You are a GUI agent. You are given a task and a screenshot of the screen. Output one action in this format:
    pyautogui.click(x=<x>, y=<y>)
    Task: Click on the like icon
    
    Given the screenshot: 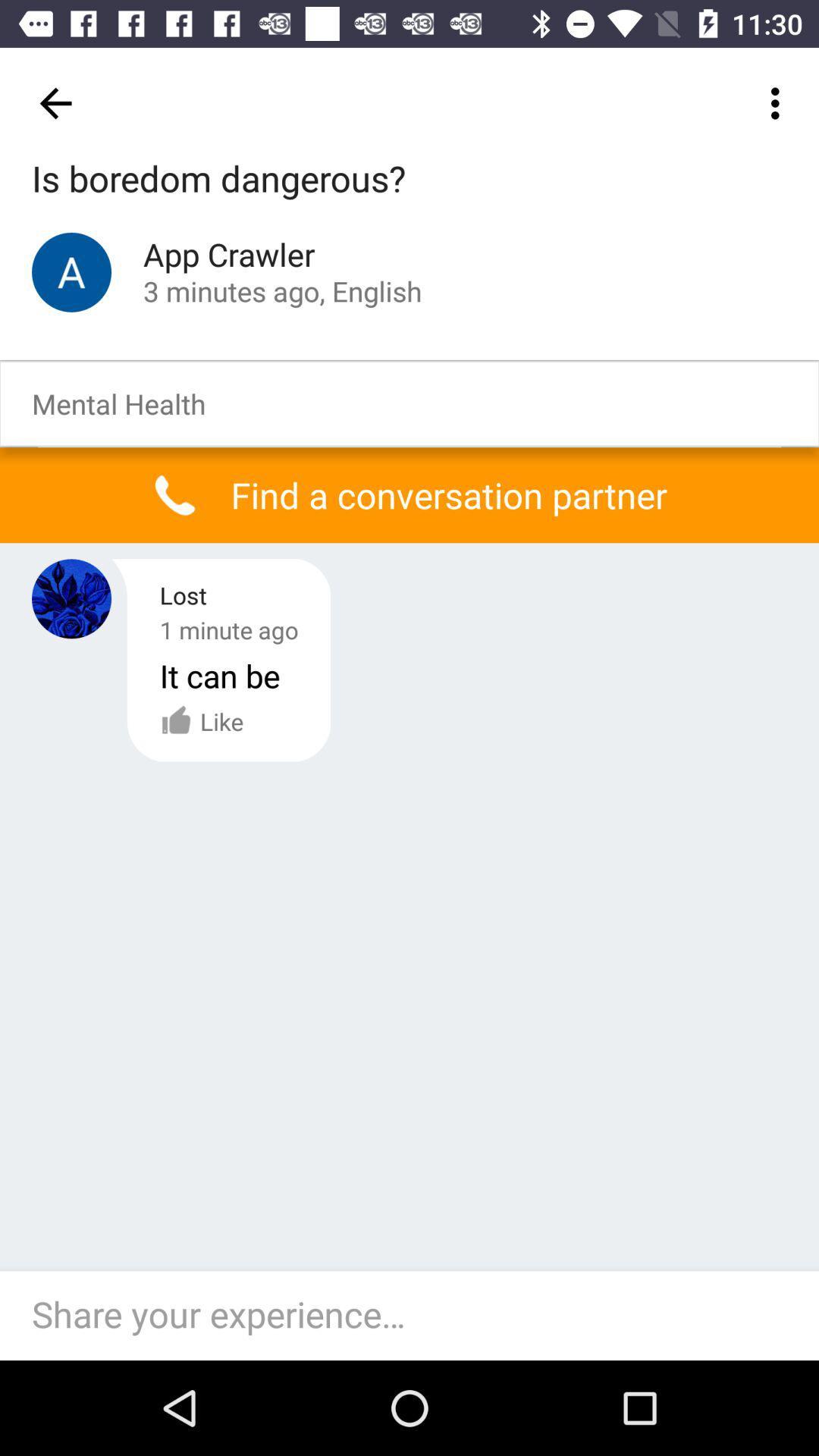 What is the action you would take?
    pyautogui.click(x=201, y=720)
    